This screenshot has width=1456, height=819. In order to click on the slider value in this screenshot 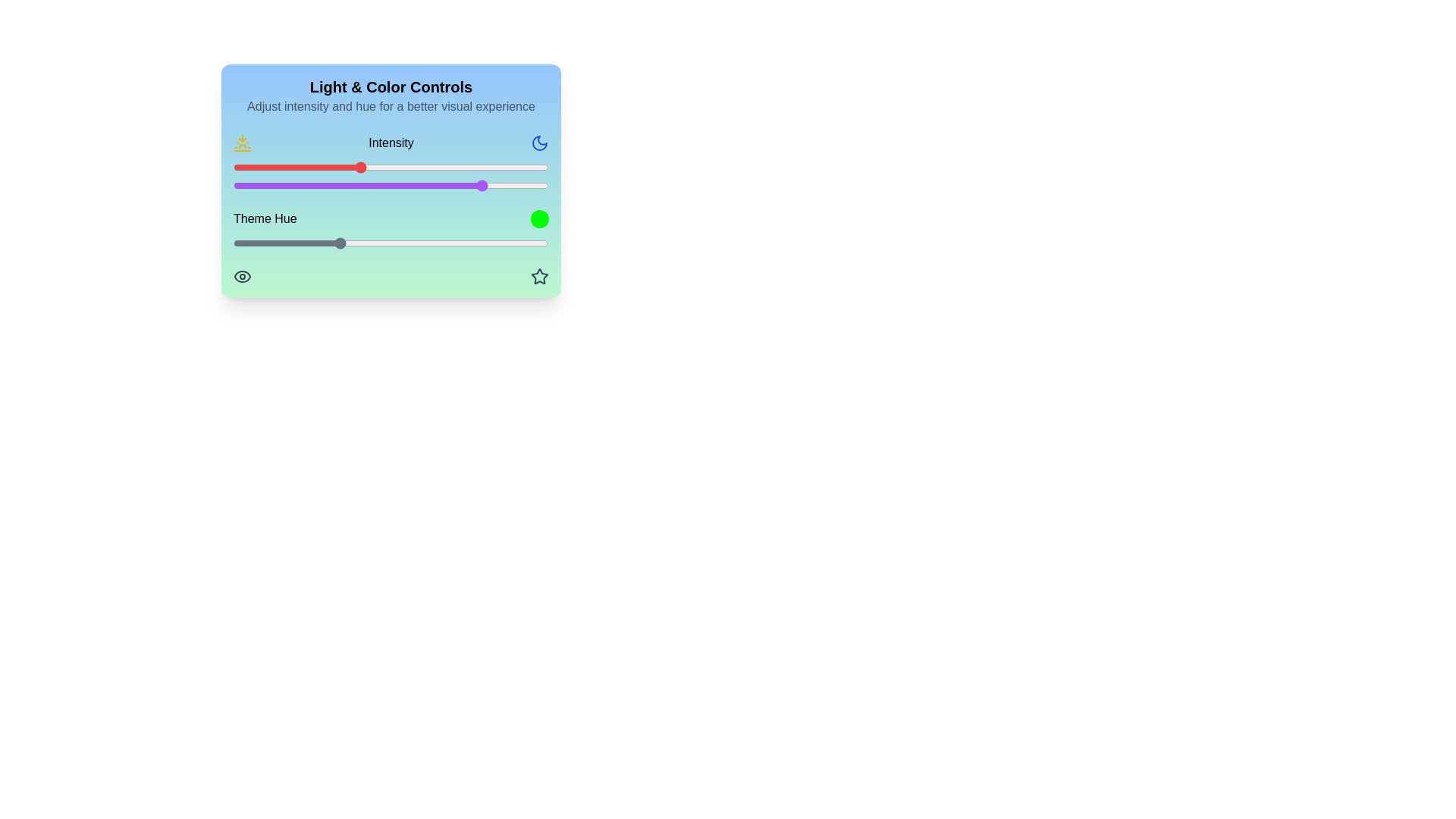, I will do `click(475, 185)`.